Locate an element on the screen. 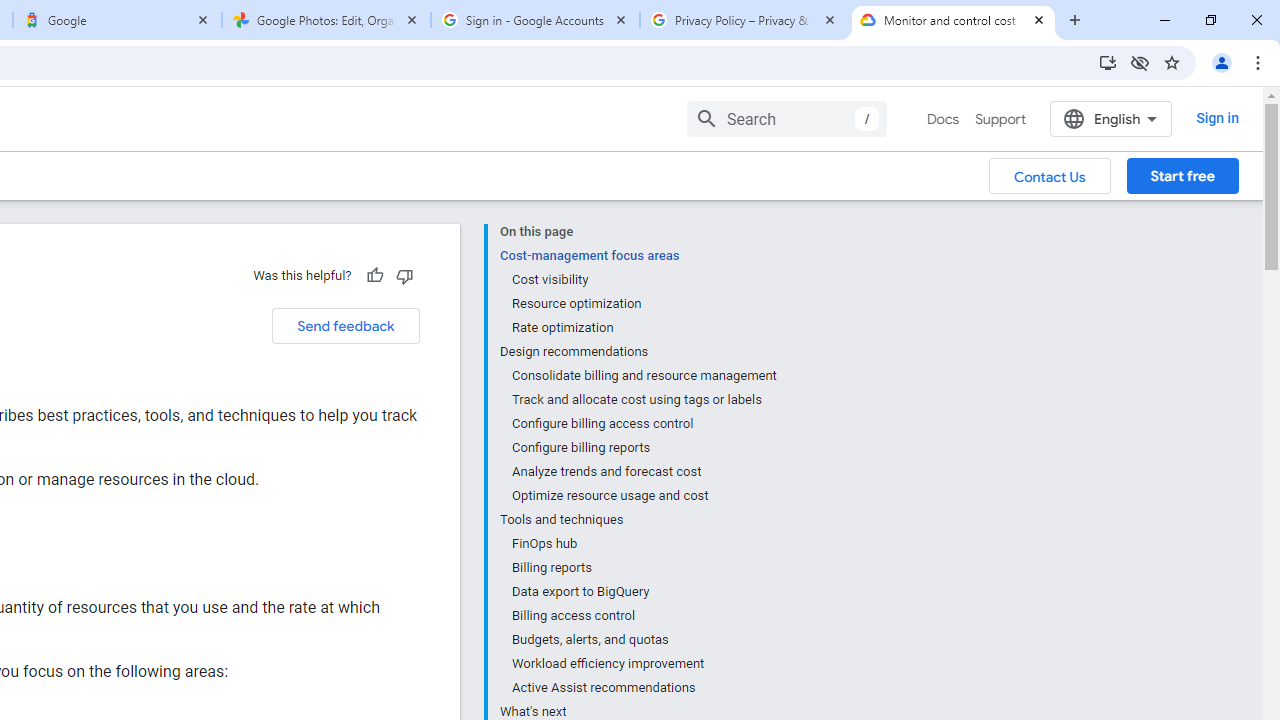 The image size is (1280, 720). 'Budgets, alerts, and quotas' is located at coordinates (643, 640).